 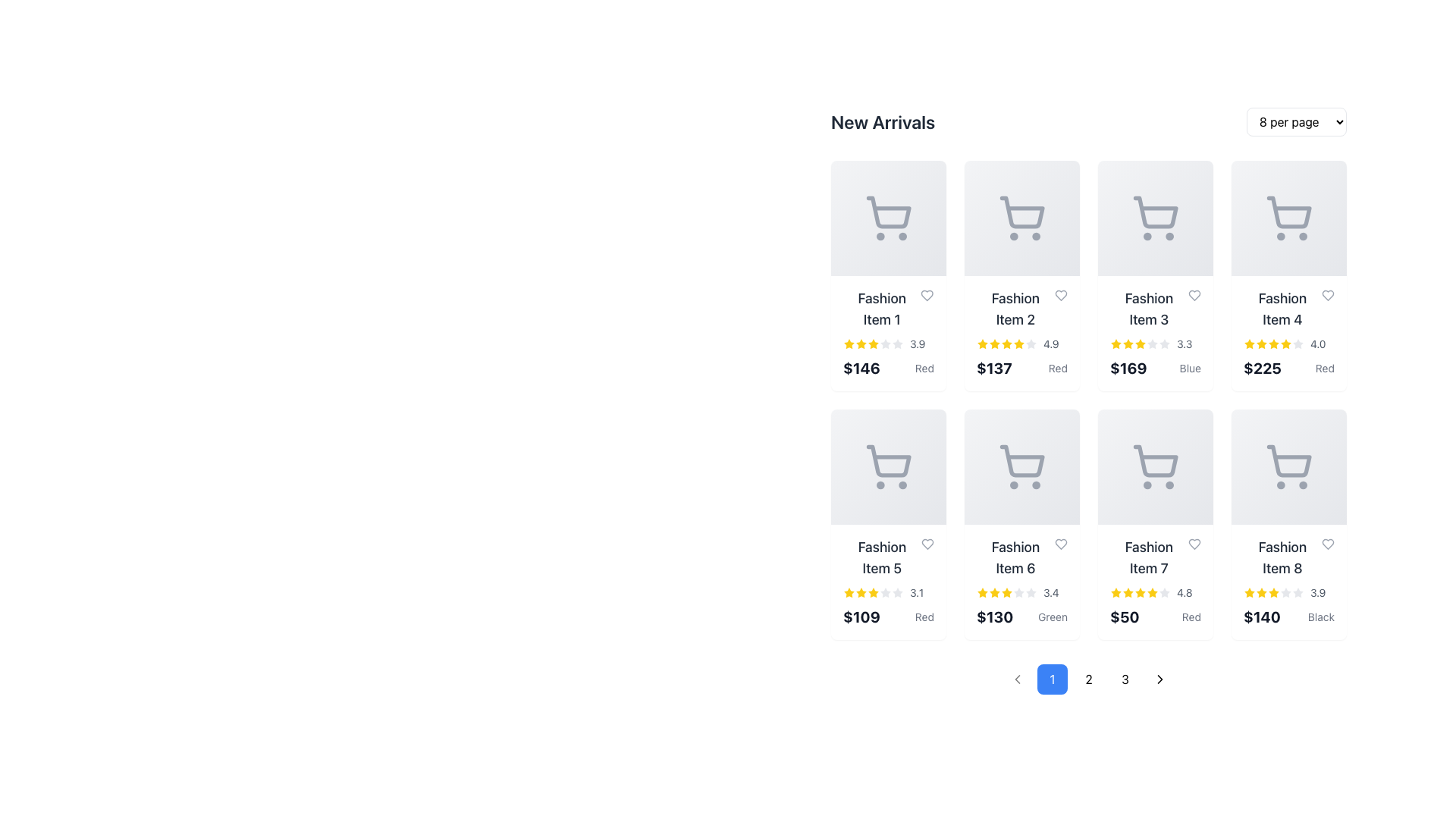 What do you see at coordinates (1191, 617) in the screenshot?
I see `the Text Label displaying 'Red' located in the details section of 'Fashion Item 7', positioned to the right of the price '$50' and below the product's rating` at bounding box center [1191, 617].